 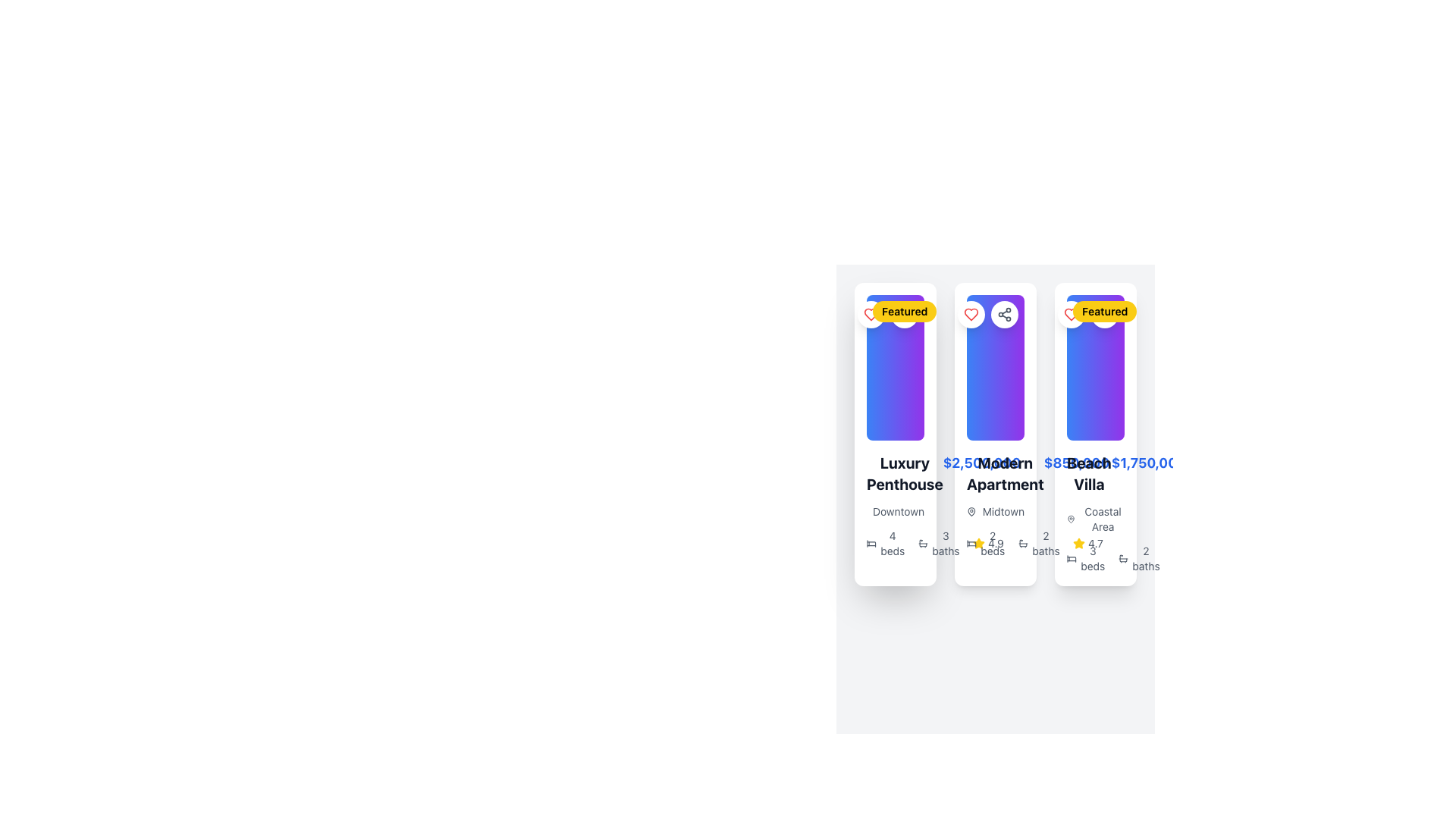 What do you see at coordinates (996, 472) in the screenshot?
I see `the combined static text display showing 'Modern Apartment' and the price '$850,000' located in the second property card from the left, below the image area` at bounding box center [996, 472].